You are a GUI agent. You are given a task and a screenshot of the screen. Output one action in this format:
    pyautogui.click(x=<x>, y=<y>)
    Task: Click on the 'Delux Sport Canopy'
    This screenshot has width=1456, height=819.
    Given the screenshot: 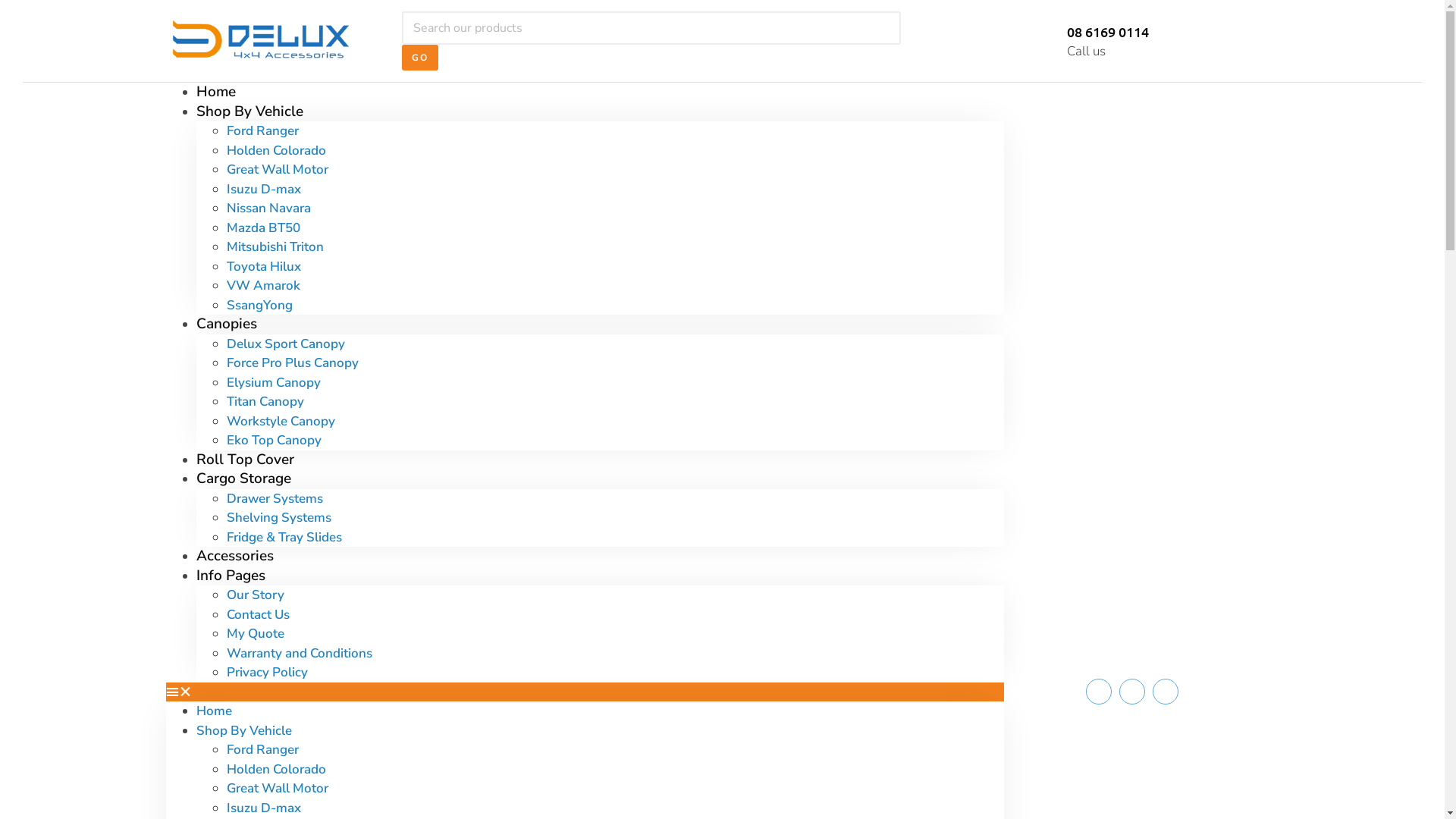 What is the action you would take?
    pyautogui.click(x=224, y=344)
    